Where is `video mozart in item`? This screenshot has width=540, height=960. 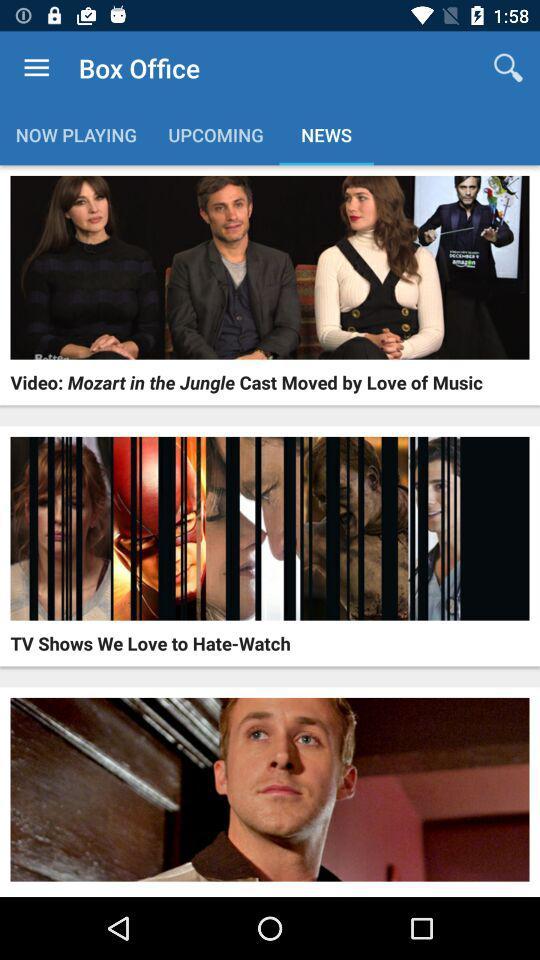
video mozart in item is located at coordinates (246, 381).